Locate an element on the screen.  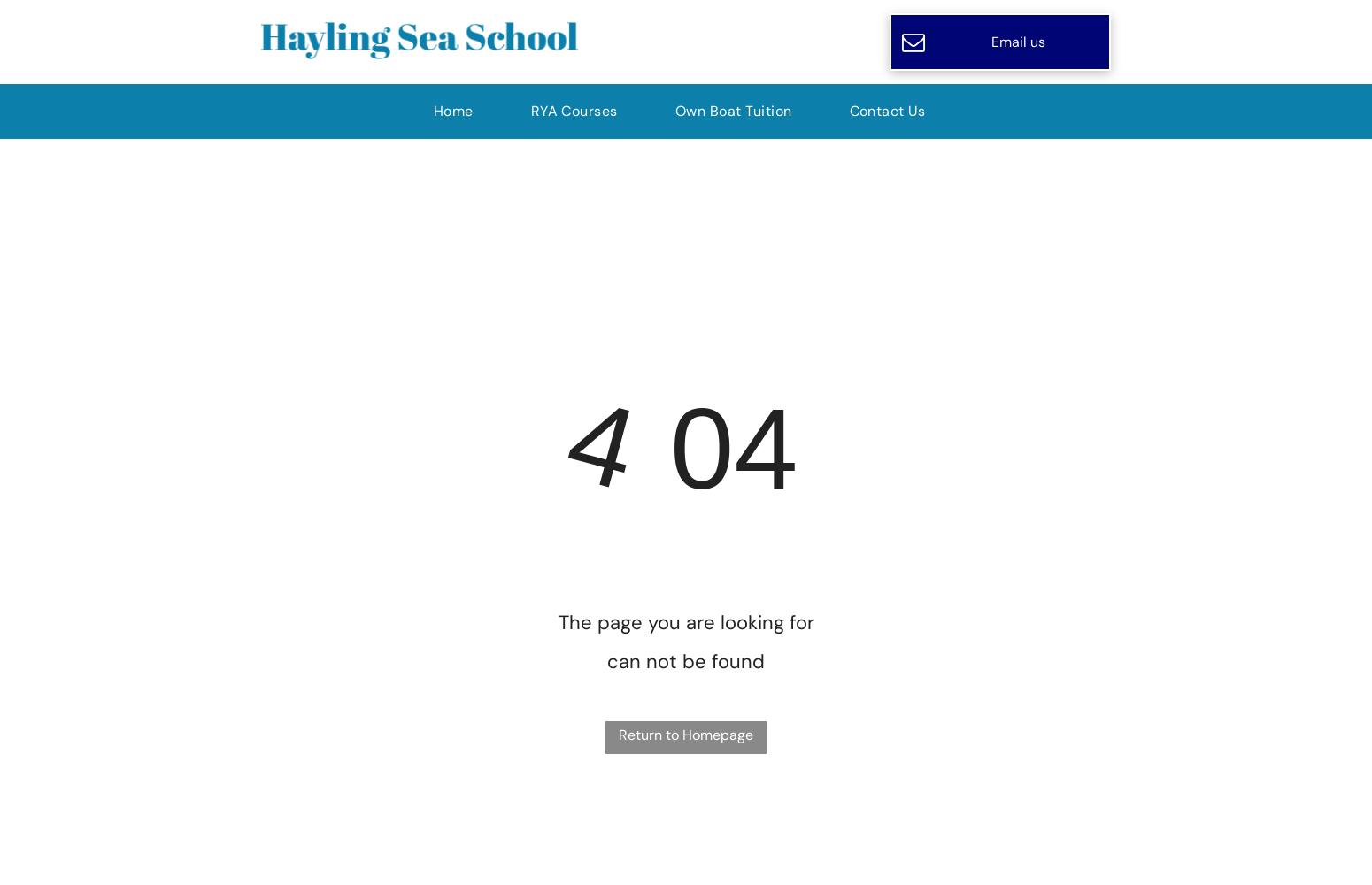
'RYA Courses' is located at coordinates (573, 111).